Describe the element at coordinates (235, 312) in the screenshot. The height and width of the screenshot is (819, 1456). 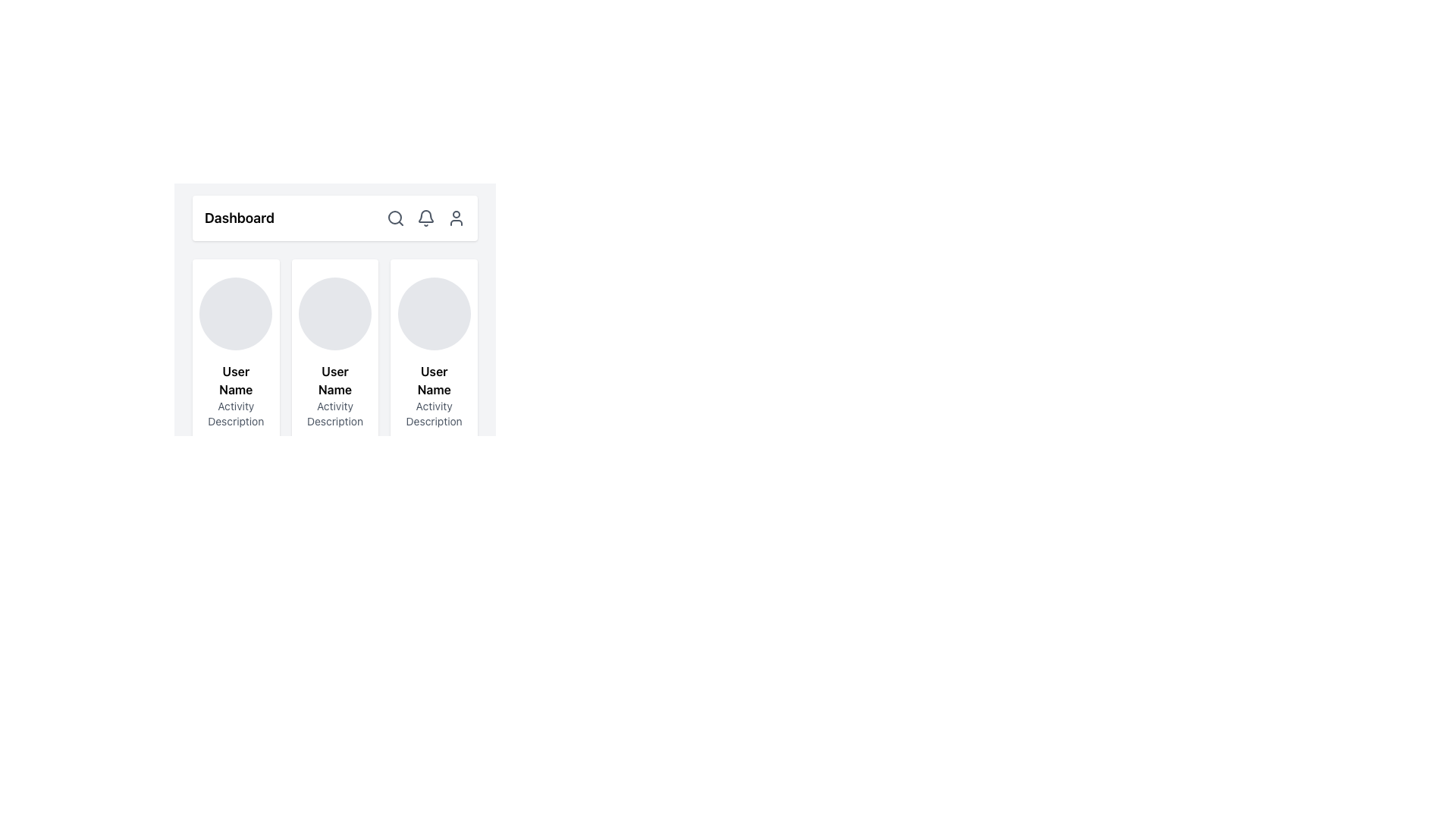
I see `the static placeholder element for the user profile picture located at the top of the leftmost card in a horizontal array` at that location.